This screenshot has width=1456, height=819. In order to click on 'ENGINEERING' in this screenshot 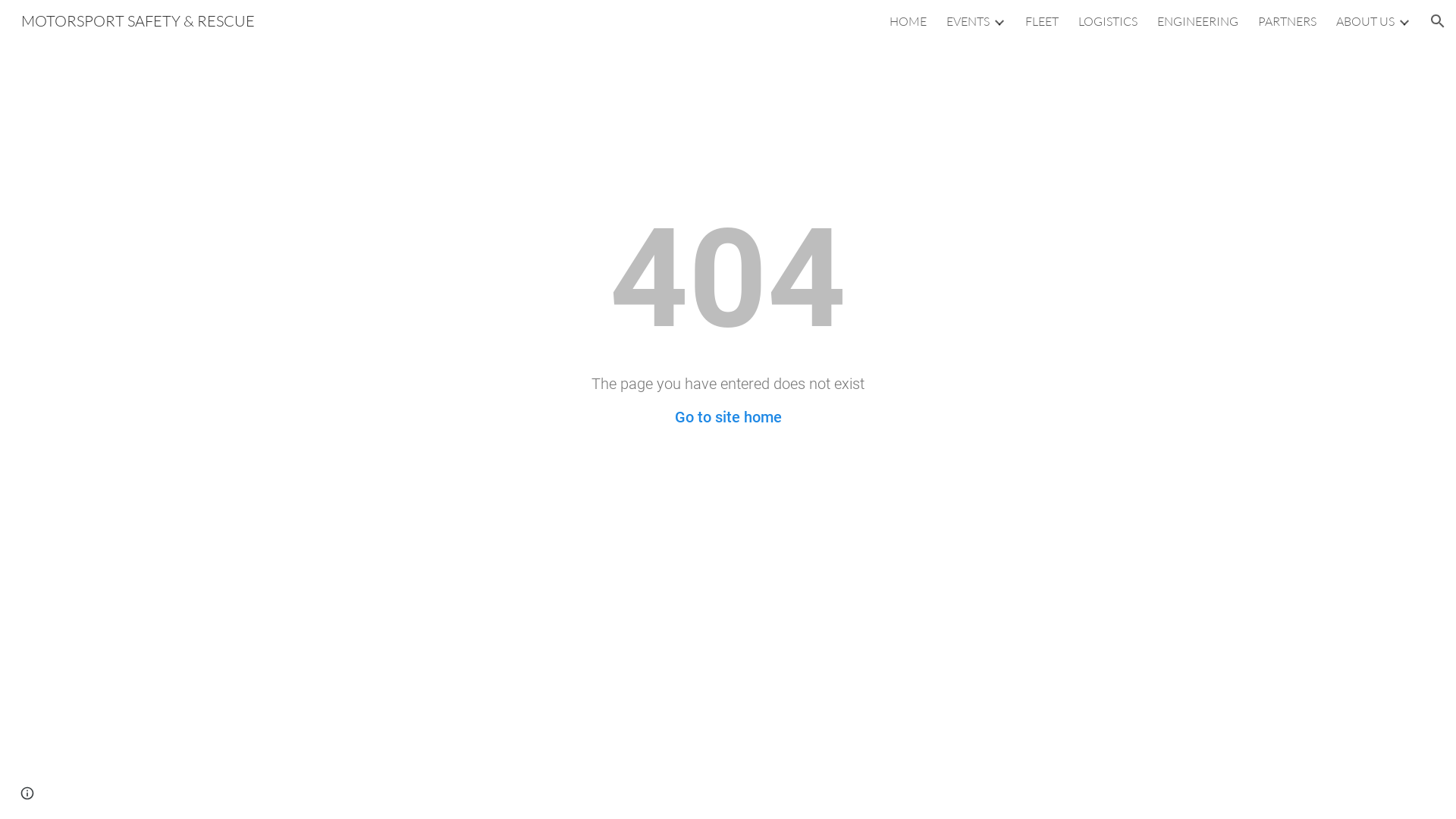, I will do `click(1197, 20)`.